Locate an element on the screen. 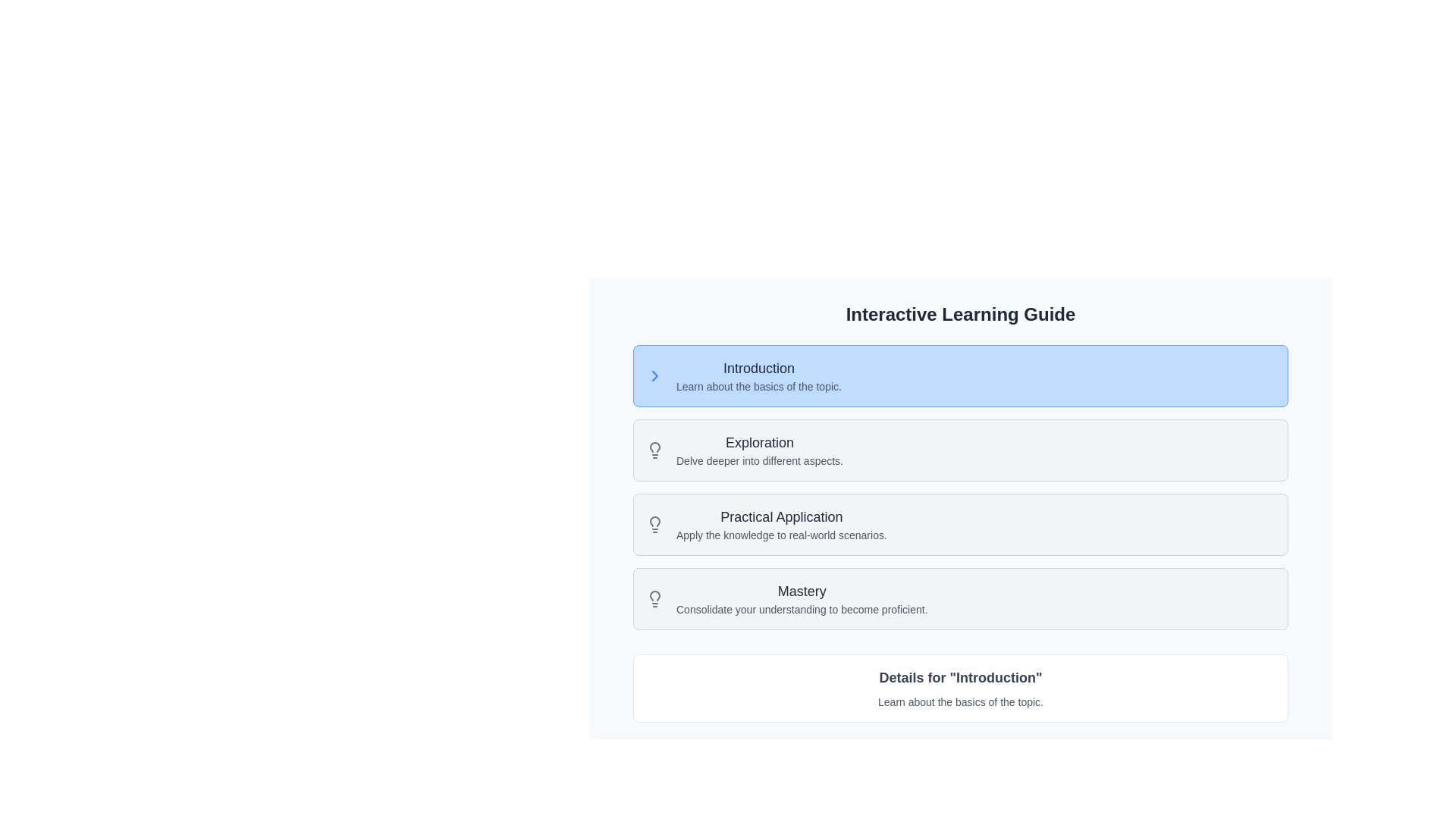  the 'Exploration' text label, which serves as a title in the second section of a vertical list menu is located at coordinates (760, 442).